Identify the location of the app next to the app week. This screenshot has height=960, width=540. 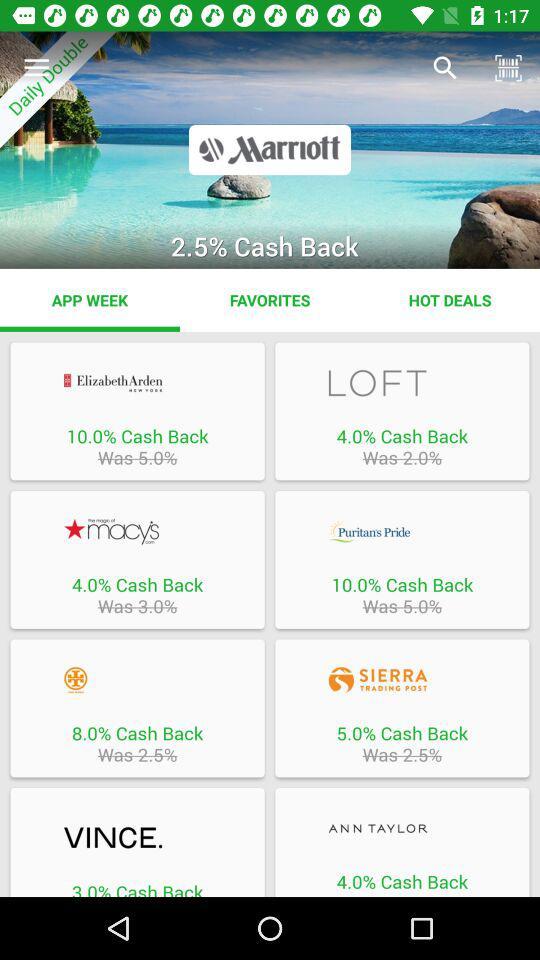
(270, 299).